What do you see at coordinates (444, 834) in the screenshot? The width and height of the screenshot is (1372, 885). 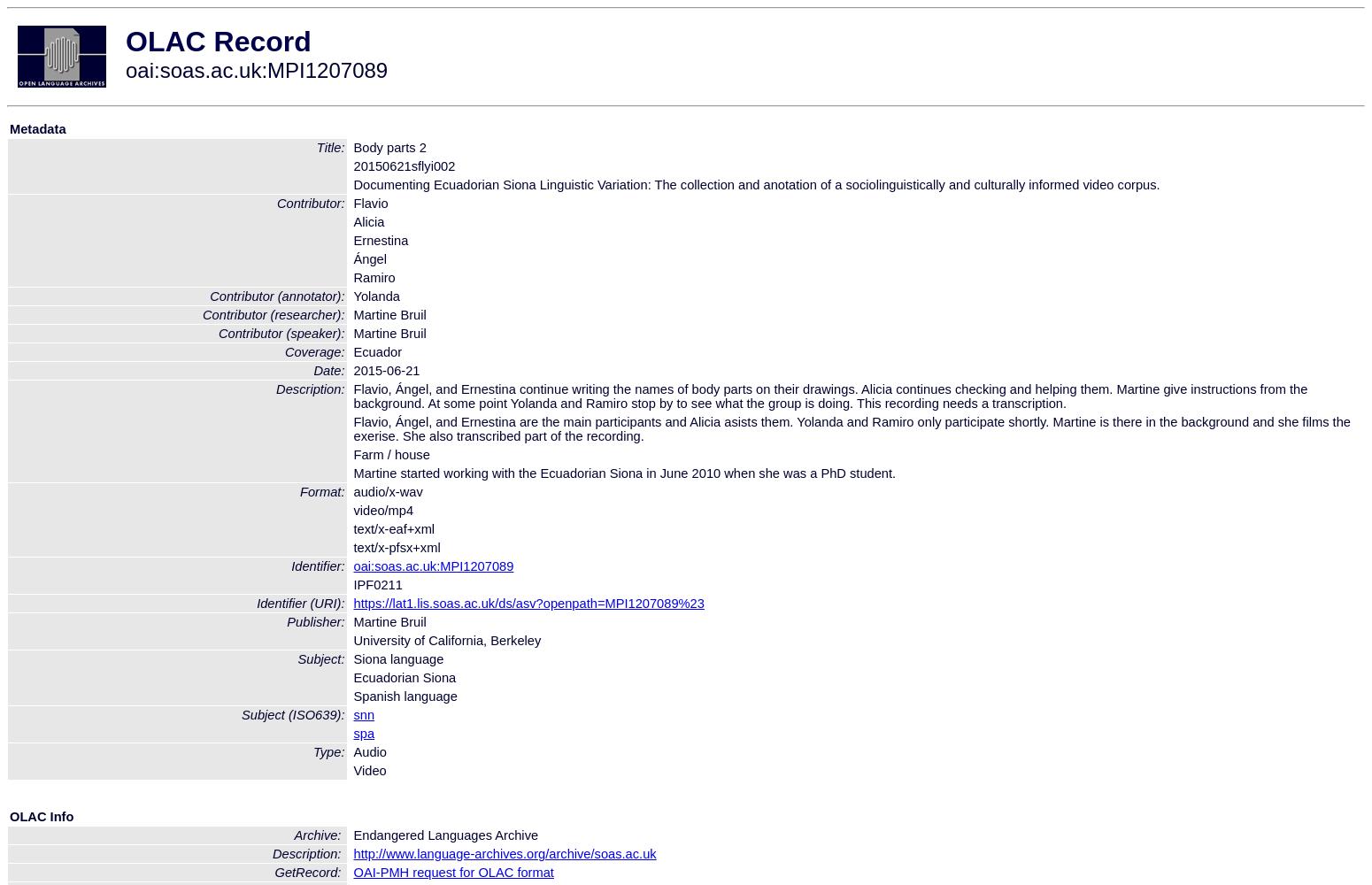 I see `'Endangered Languages Archive'` at bounding box center [444, 834].